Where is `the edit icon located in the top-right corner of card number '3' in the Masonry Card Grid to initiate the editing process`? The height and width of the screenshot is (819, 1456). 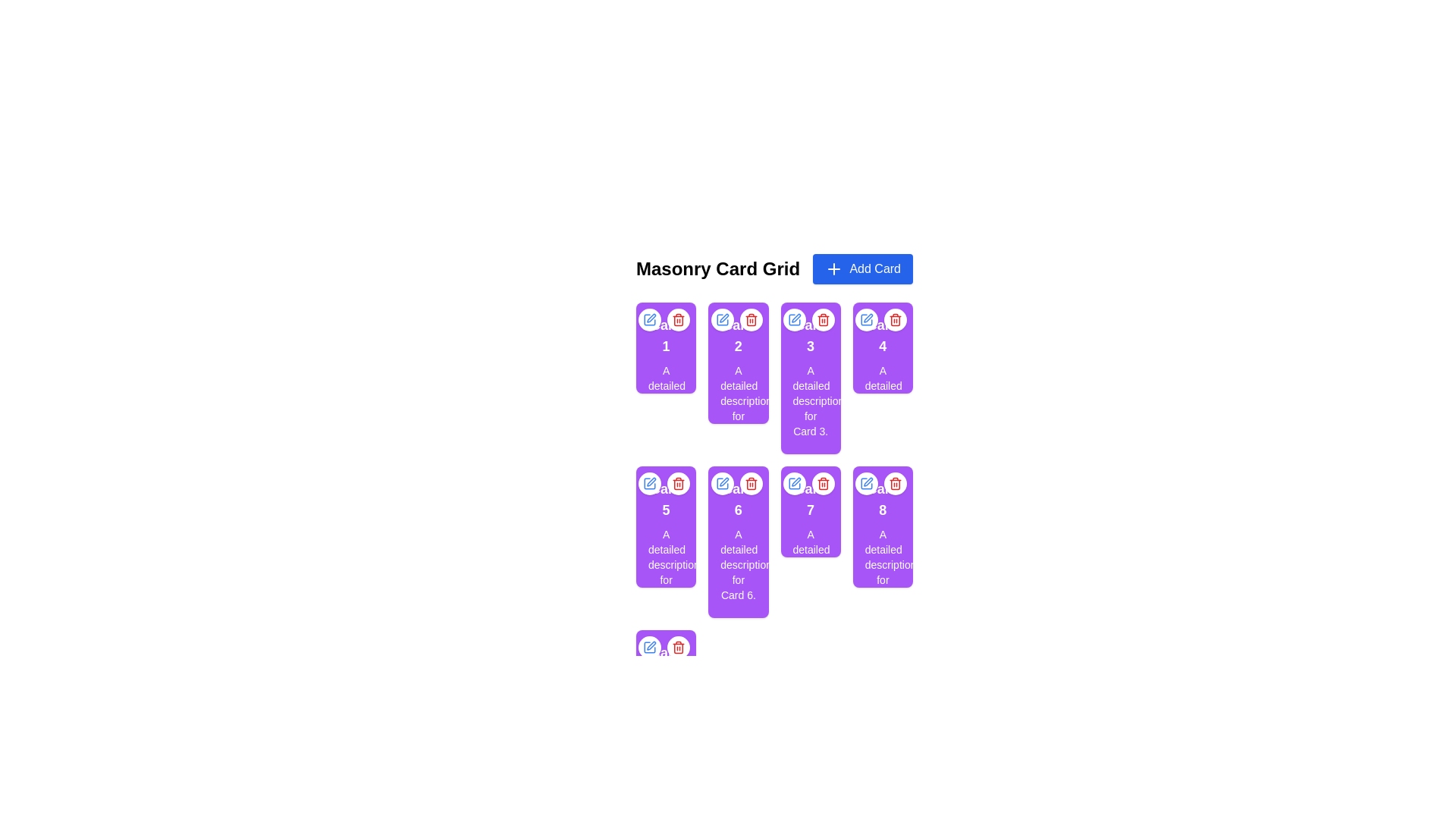
the edit icon located in the top-right corner of card number '3' in the Masonry Card Grid to initiate the editing process is located at coordinates (795, 317).